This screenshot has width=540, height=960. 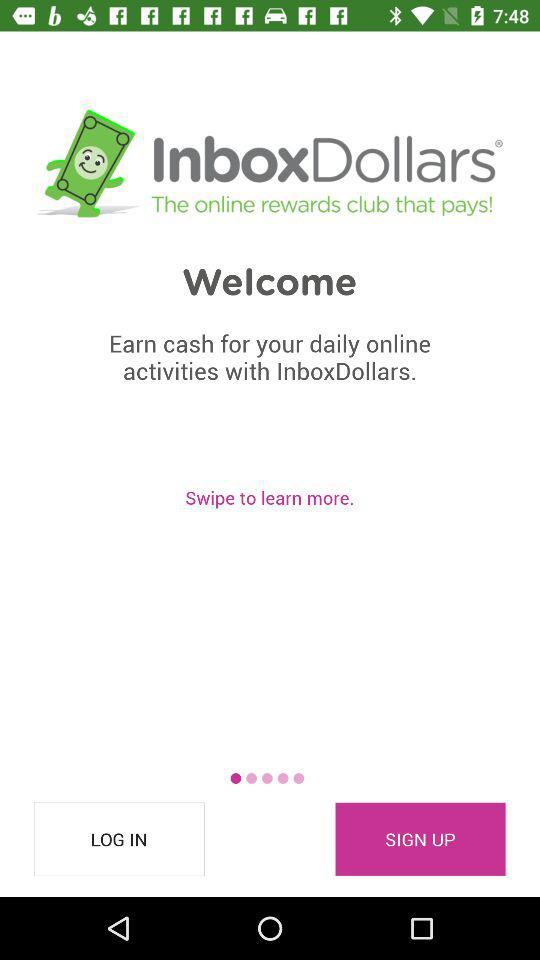 I want to click on item to the right of the log in icon, so click(x=419, y=839).